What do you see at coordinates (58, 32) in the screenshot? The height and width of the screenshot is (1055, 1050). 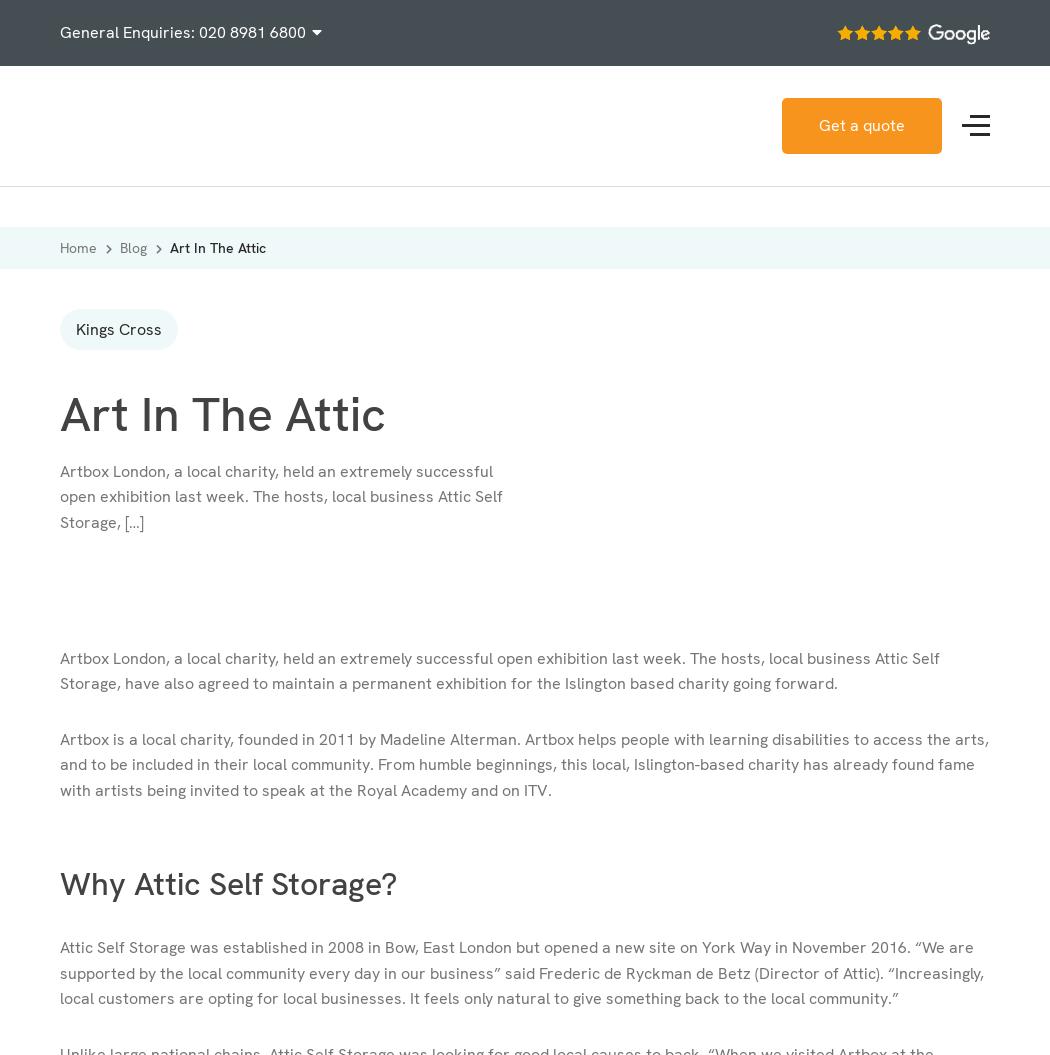 I see `'General Enquiries:
020 8981 6800'` at bounding box center [58, 32].